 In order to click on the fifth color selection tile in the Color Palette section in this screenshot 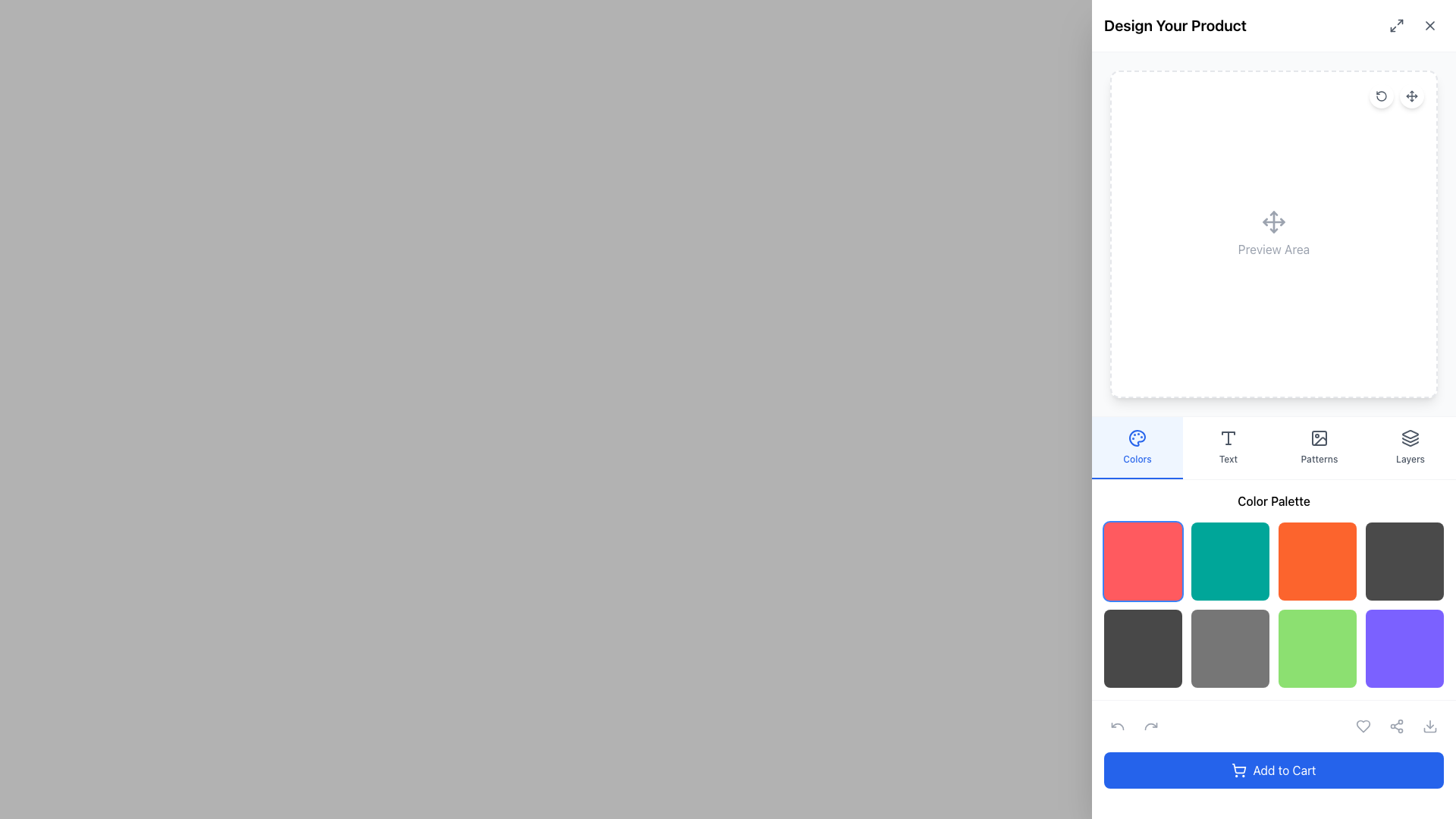, I will do `click(1143, 648)`.